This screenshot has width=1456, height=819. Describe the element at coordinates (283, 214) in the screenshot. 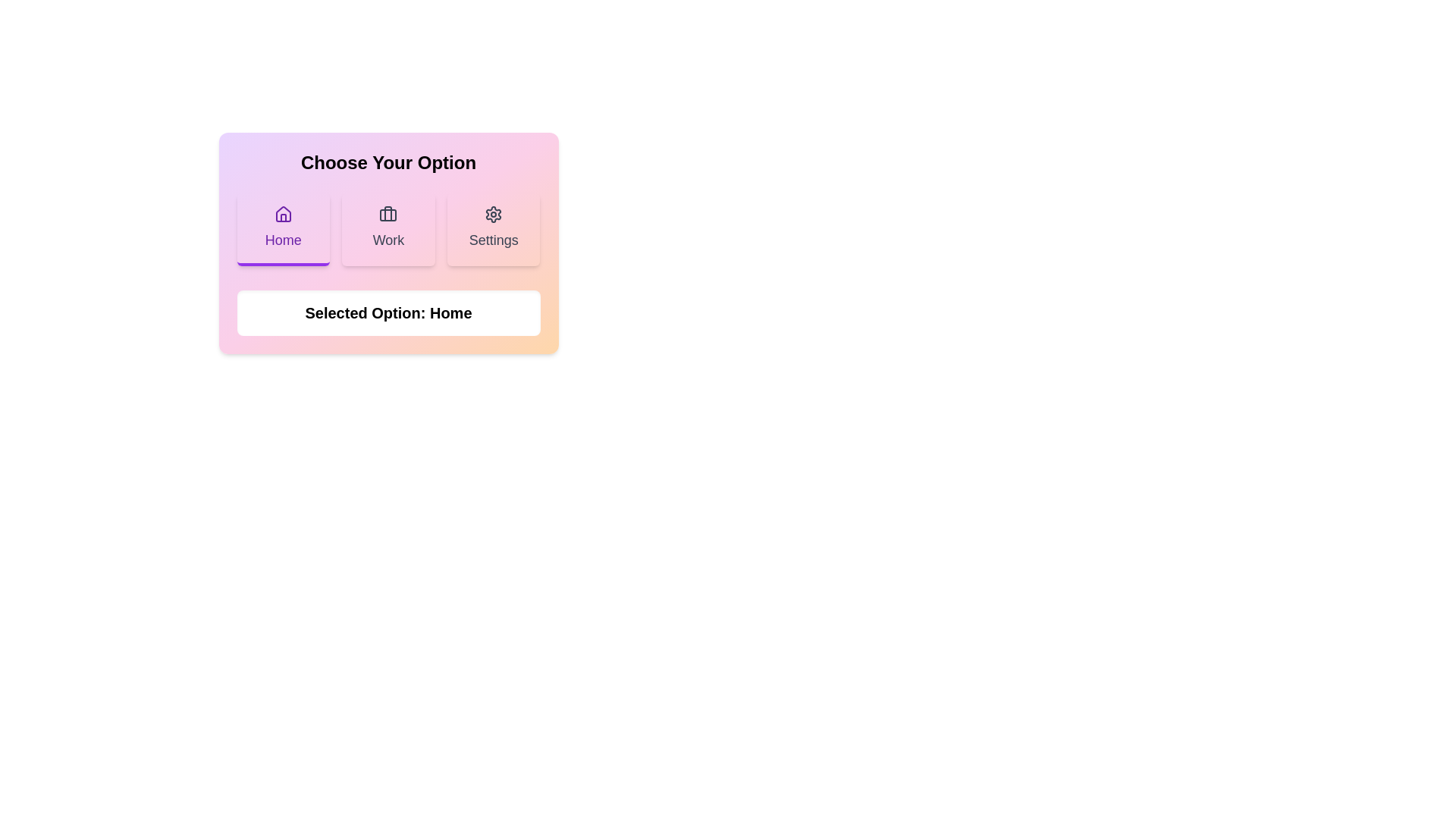

I see `the house-shaped icon element located within the 'Home' button of the horizontal button group at the top of the main content area` at that location.